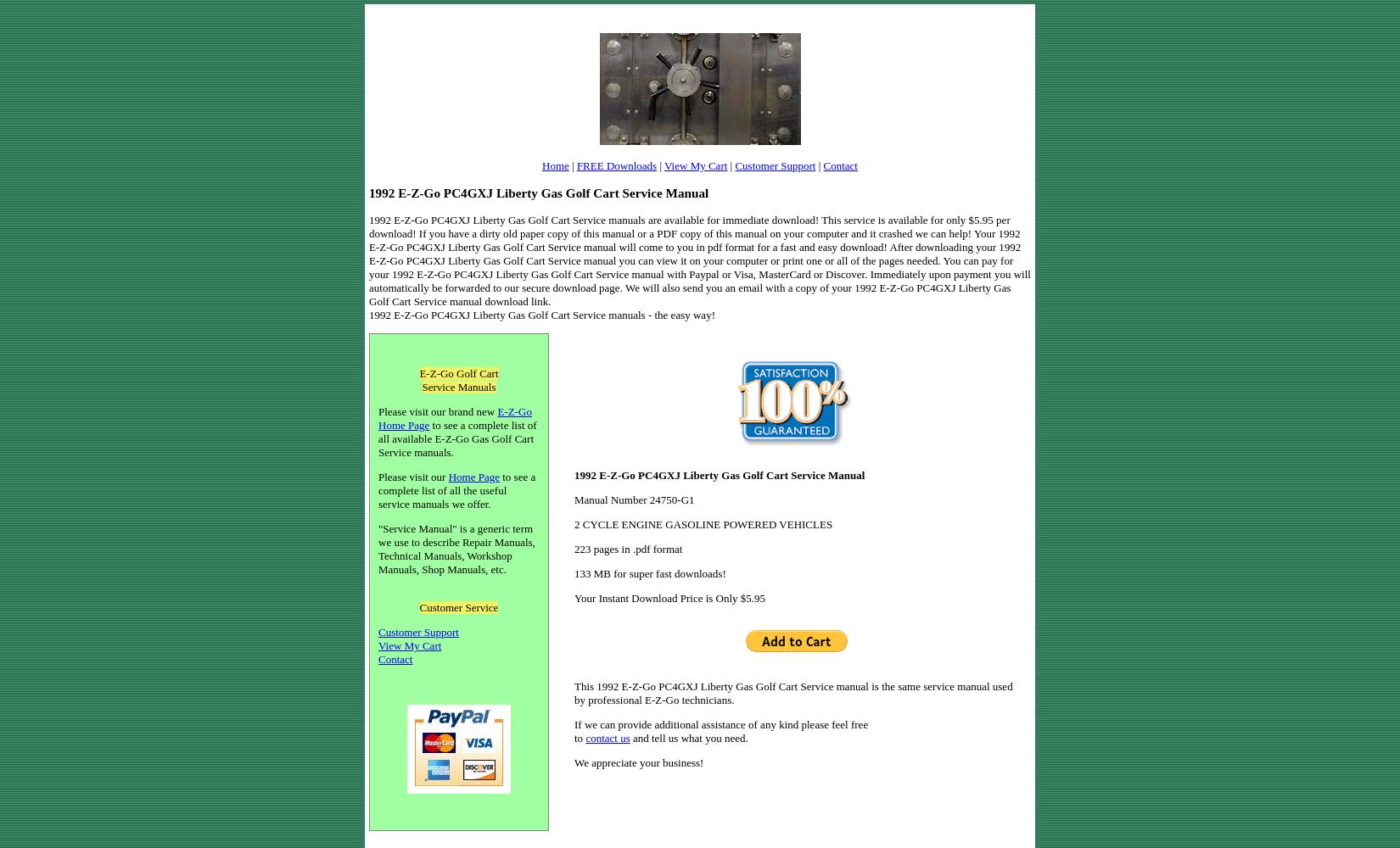 The image size is (1400, 848). Describe the element at coordinates (554, 165) in the screenshot. I see `'Home'` at that location.